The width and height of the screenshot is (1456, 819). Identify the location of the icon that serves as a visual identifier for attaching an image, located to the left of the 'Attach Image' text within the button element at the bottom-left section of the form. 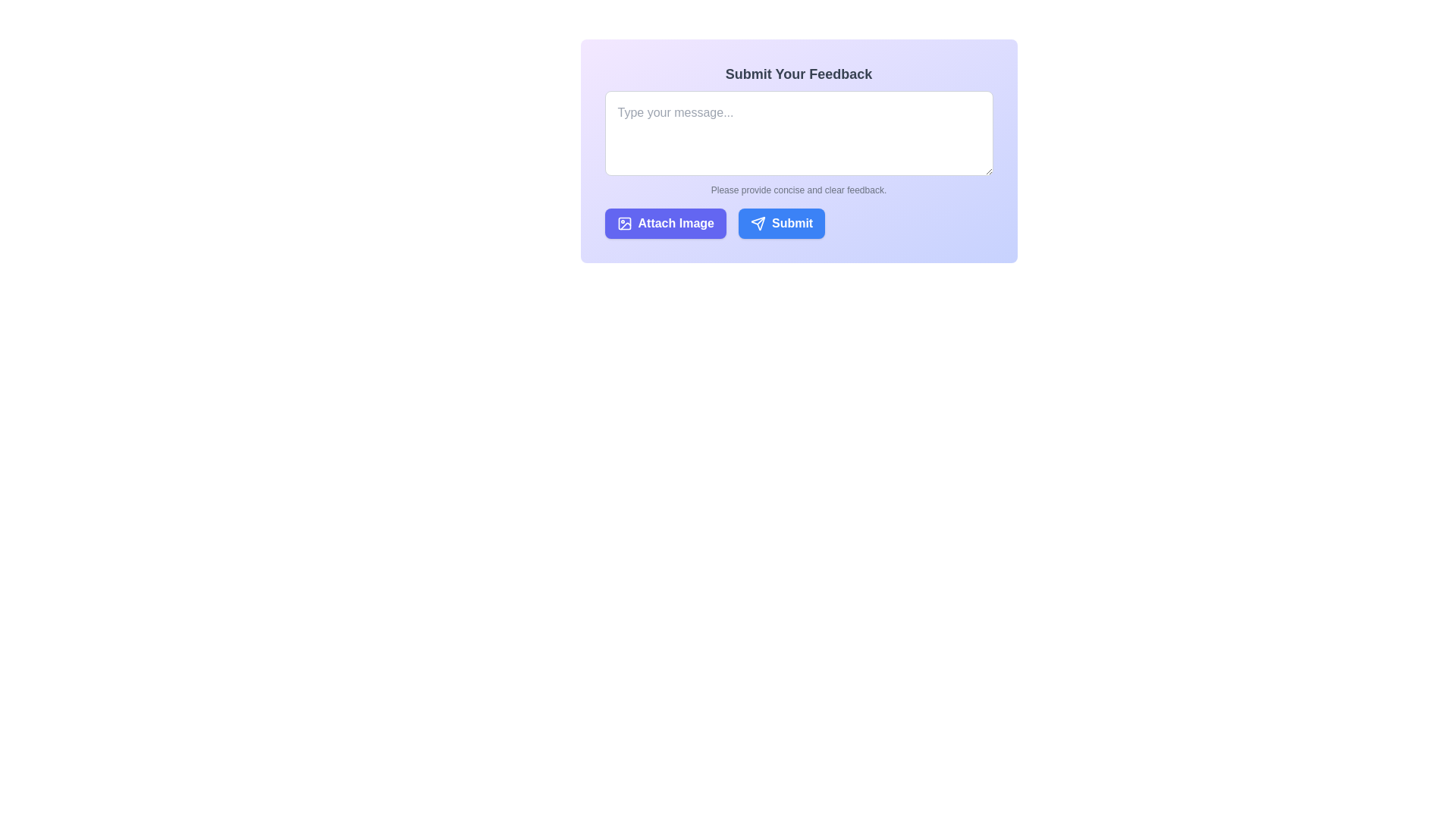
(624, 223).